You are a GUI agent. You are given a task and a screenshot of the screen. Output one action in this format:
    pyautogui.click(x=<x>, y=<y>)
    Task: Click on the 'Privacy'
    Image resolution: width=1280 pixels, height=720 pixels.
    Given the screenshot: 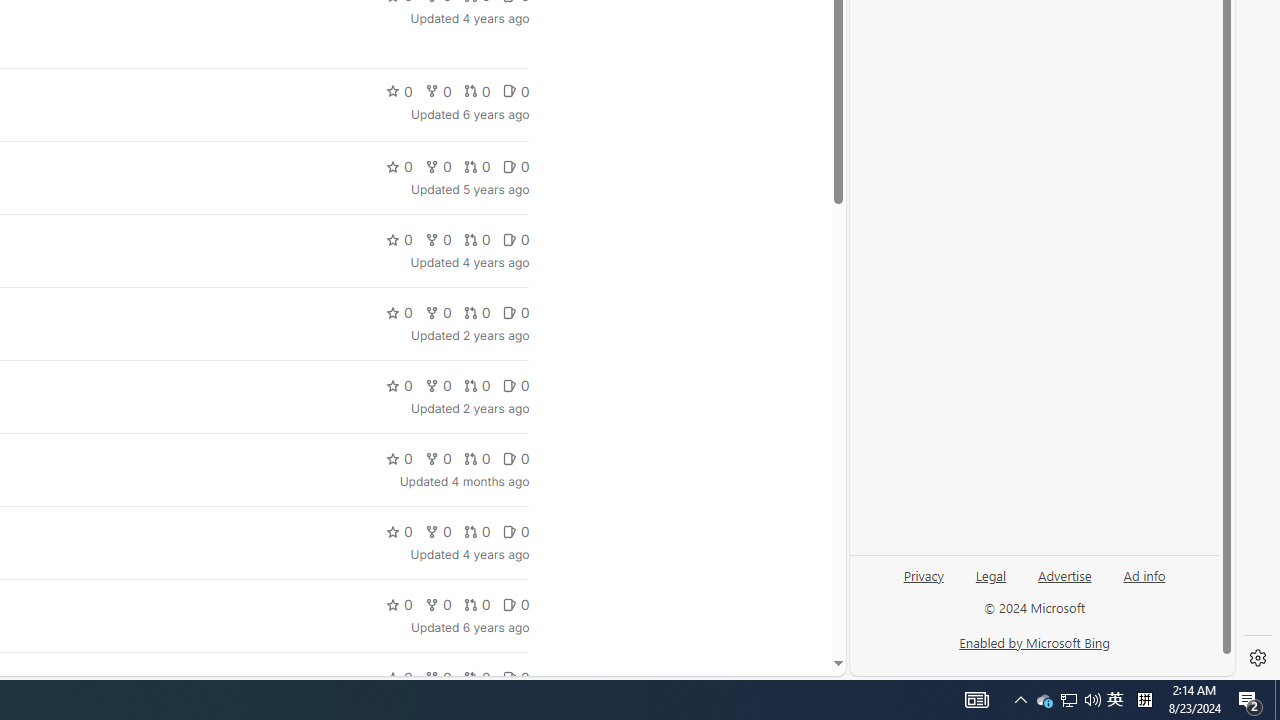 What is the action you would take?
    pyautogui.click(x=922, y=574)
    